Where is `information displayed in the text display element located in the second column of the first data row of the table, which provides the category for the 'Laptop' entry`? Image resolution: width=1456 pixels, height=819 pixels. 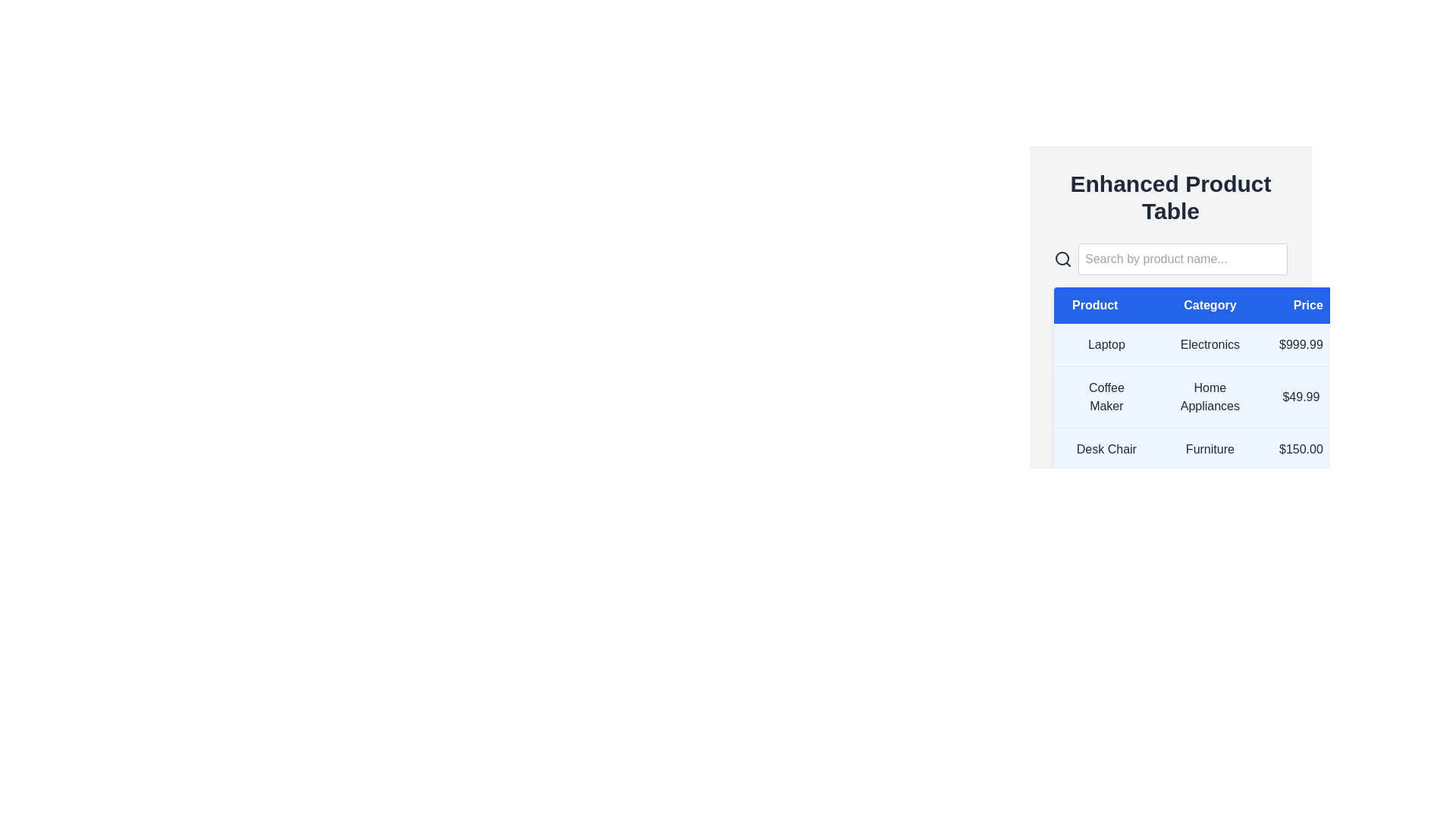
information displayed in the text display element located in the second column of the first data row of the table, which provides the category for the 'Laptop' entry is located at coordinates (1209, 345).